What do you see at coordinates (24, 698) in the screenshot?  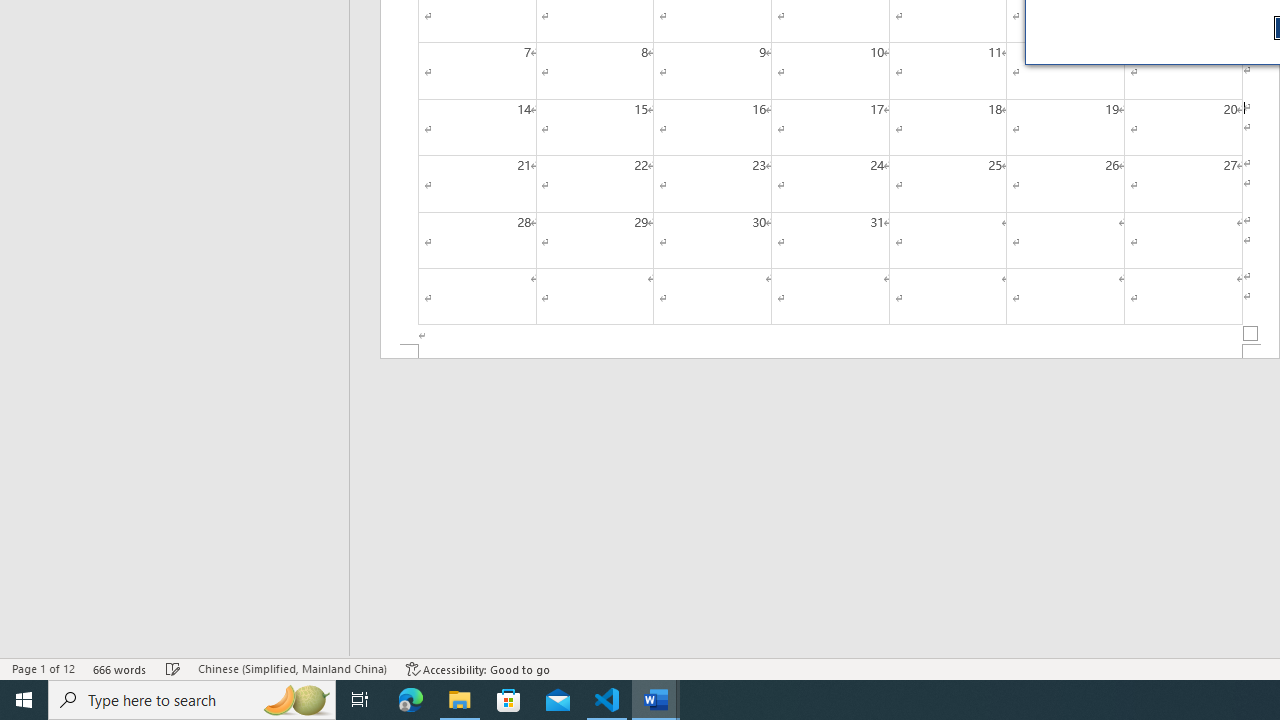 I see `'Start'` at bounding box center [24, 698].